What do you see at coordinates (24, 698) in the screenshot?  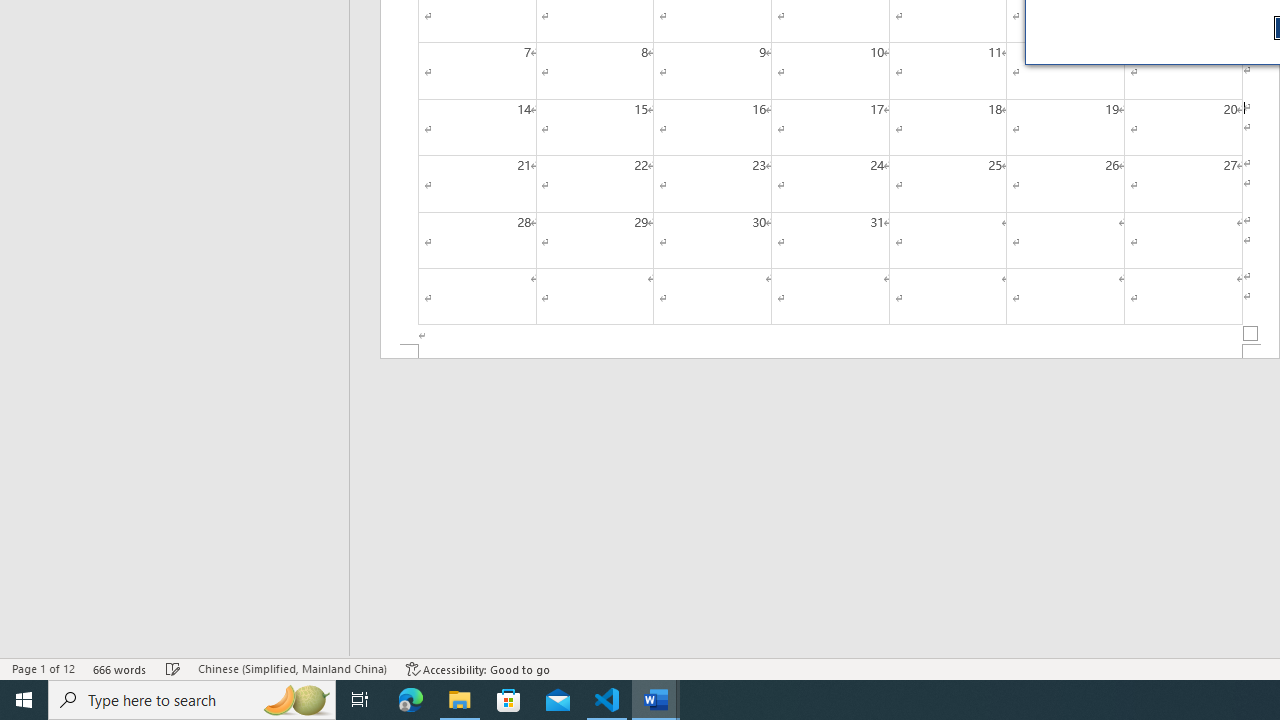 I see `'Start'` at bounding box center [24, 698].